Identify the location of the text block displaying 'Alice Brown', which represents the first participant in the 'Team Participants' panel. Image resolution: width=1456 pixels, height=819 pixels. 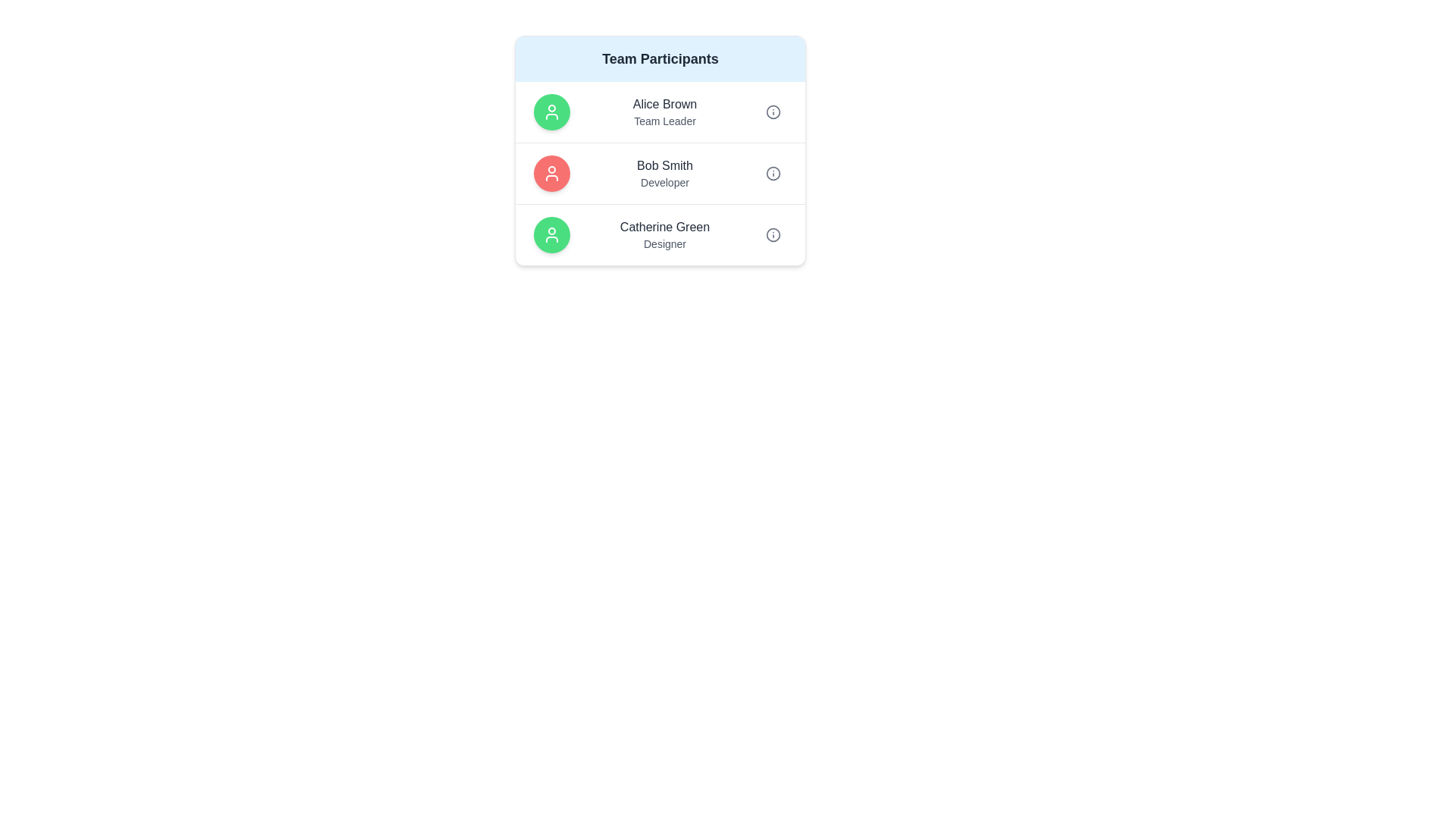
(665, 111).